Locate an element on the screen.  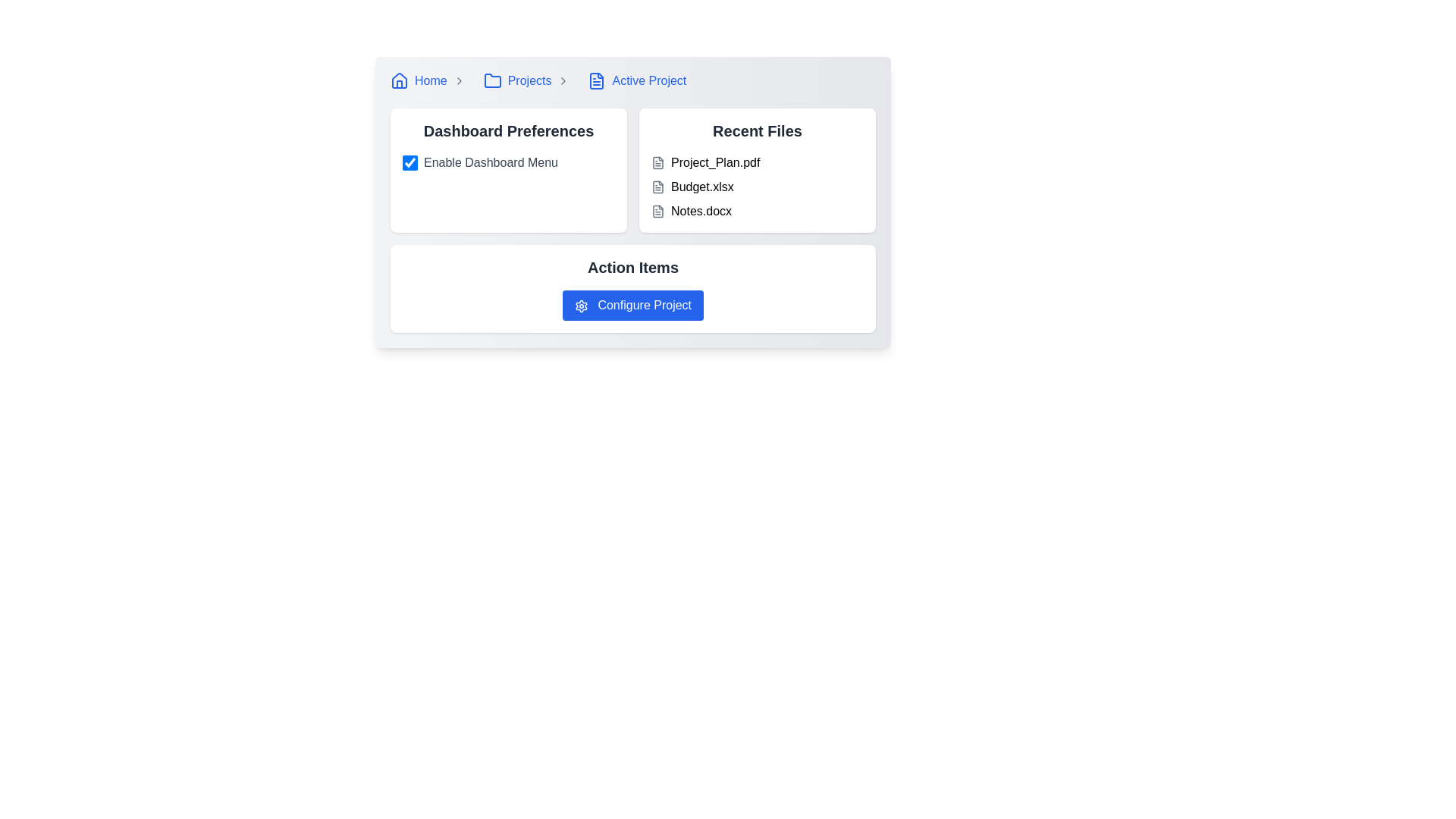
the icon indicating the document type for 'Notes.docx' located in the 'Recent Files' section is located at coordinates (658, 211).